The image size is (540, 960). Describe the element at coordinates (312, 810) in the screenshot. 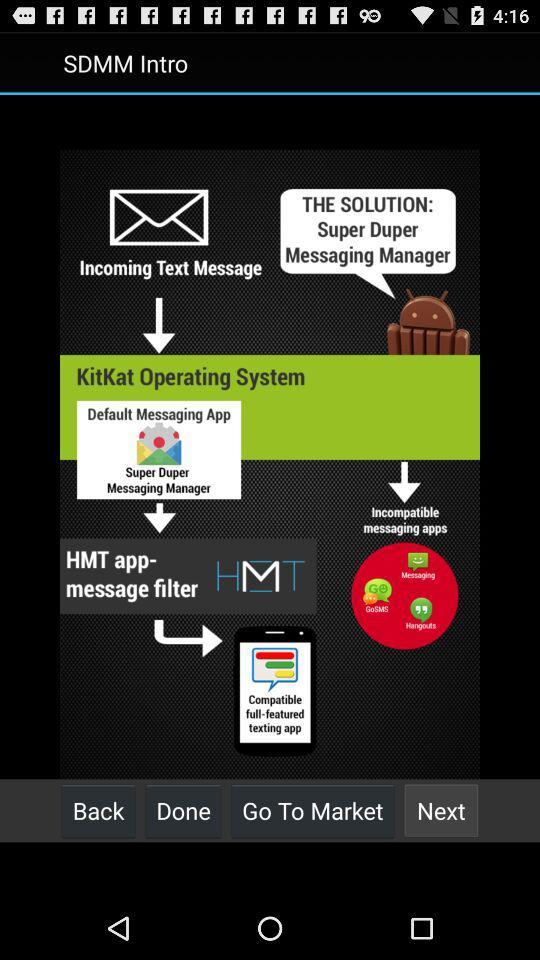

I see `the go to market` at that location.